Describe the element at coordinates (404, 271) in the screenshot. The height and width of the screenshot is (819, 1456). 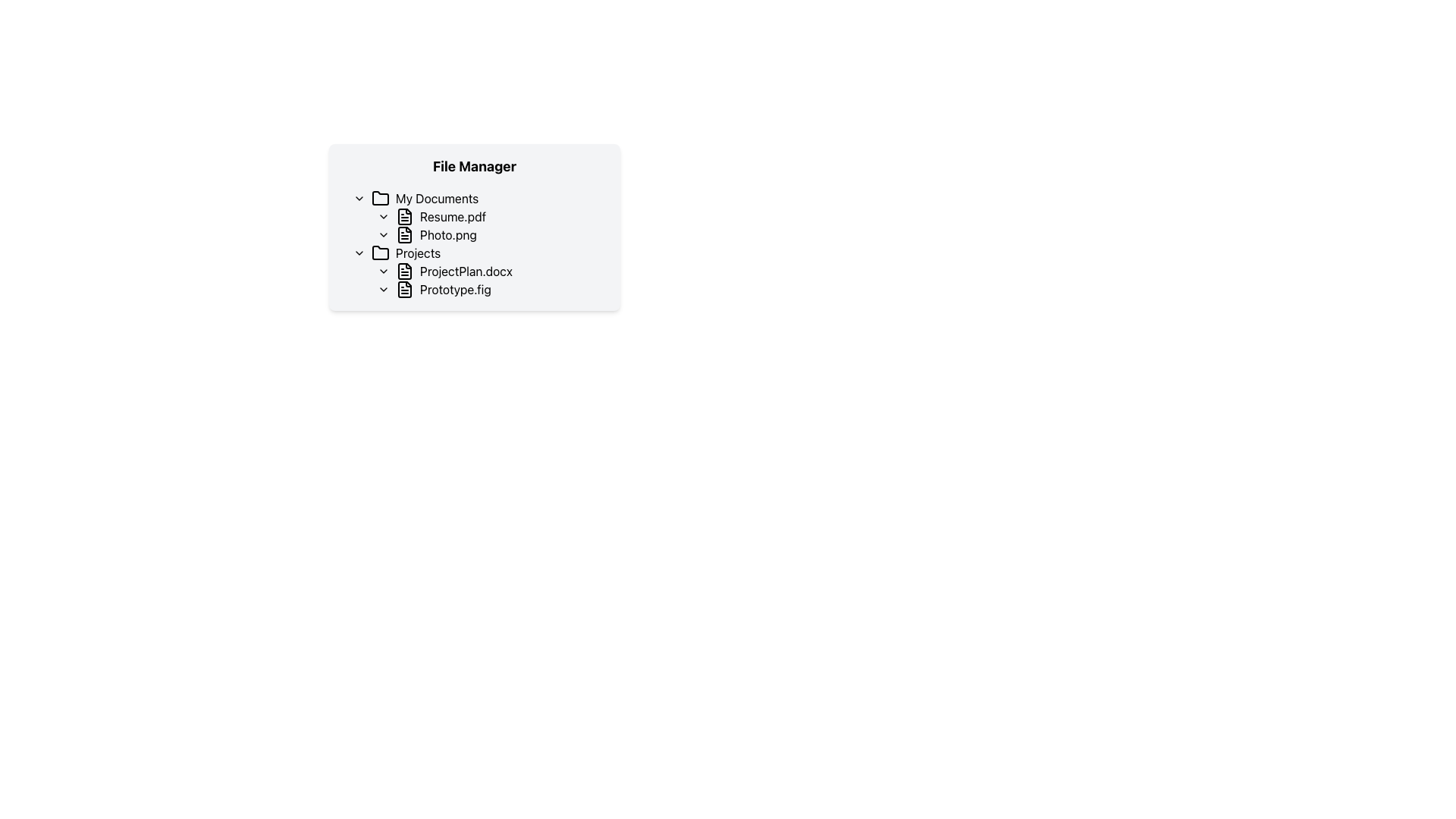
I see `the document icon representing 'ProjectPlan.docx' in the Projects folder to visually indicate its file type` at that location.